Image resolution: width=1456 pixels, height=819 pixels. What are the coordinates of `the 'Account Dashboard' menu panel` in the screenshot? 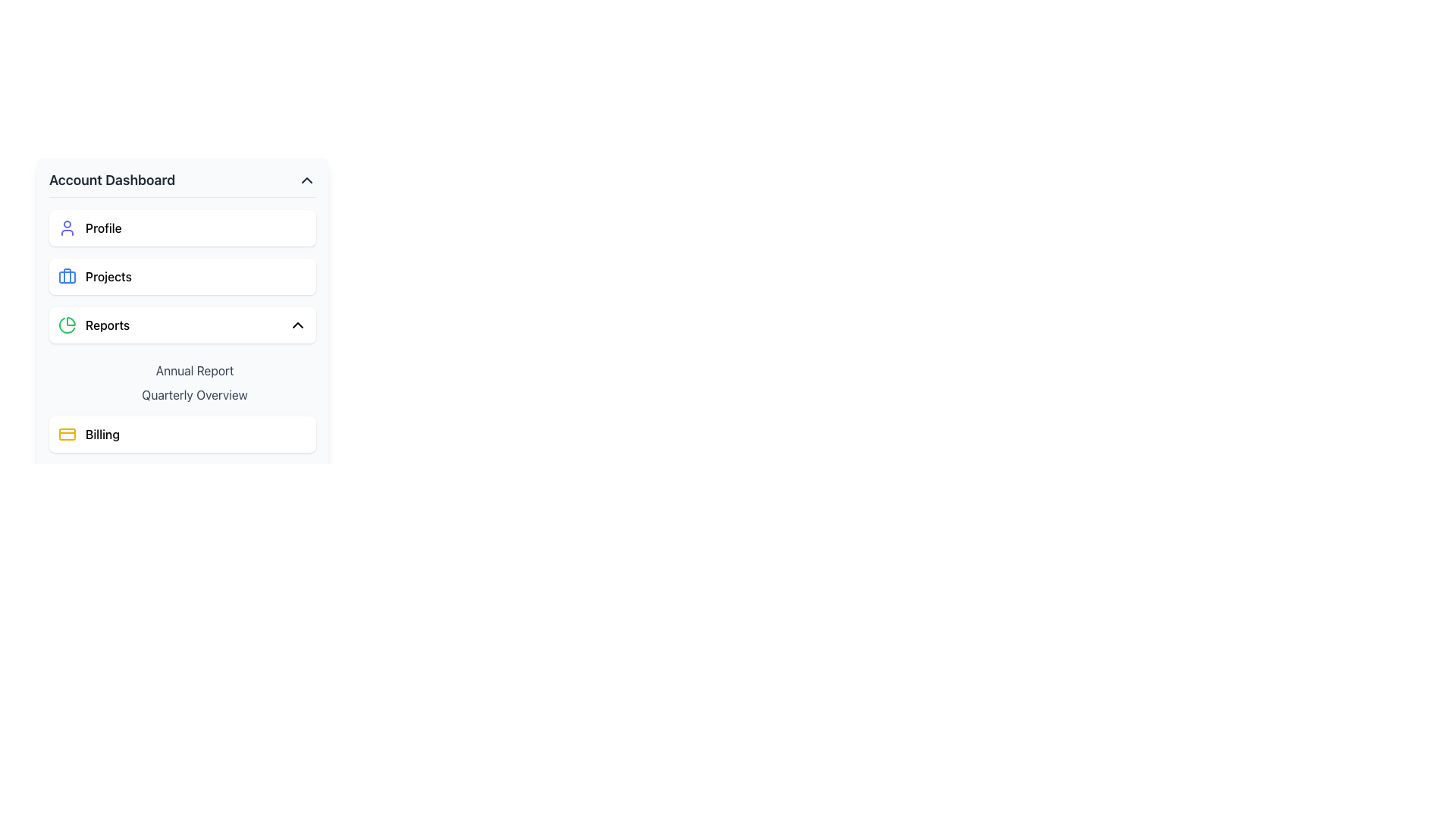 It's located at (182, 359).